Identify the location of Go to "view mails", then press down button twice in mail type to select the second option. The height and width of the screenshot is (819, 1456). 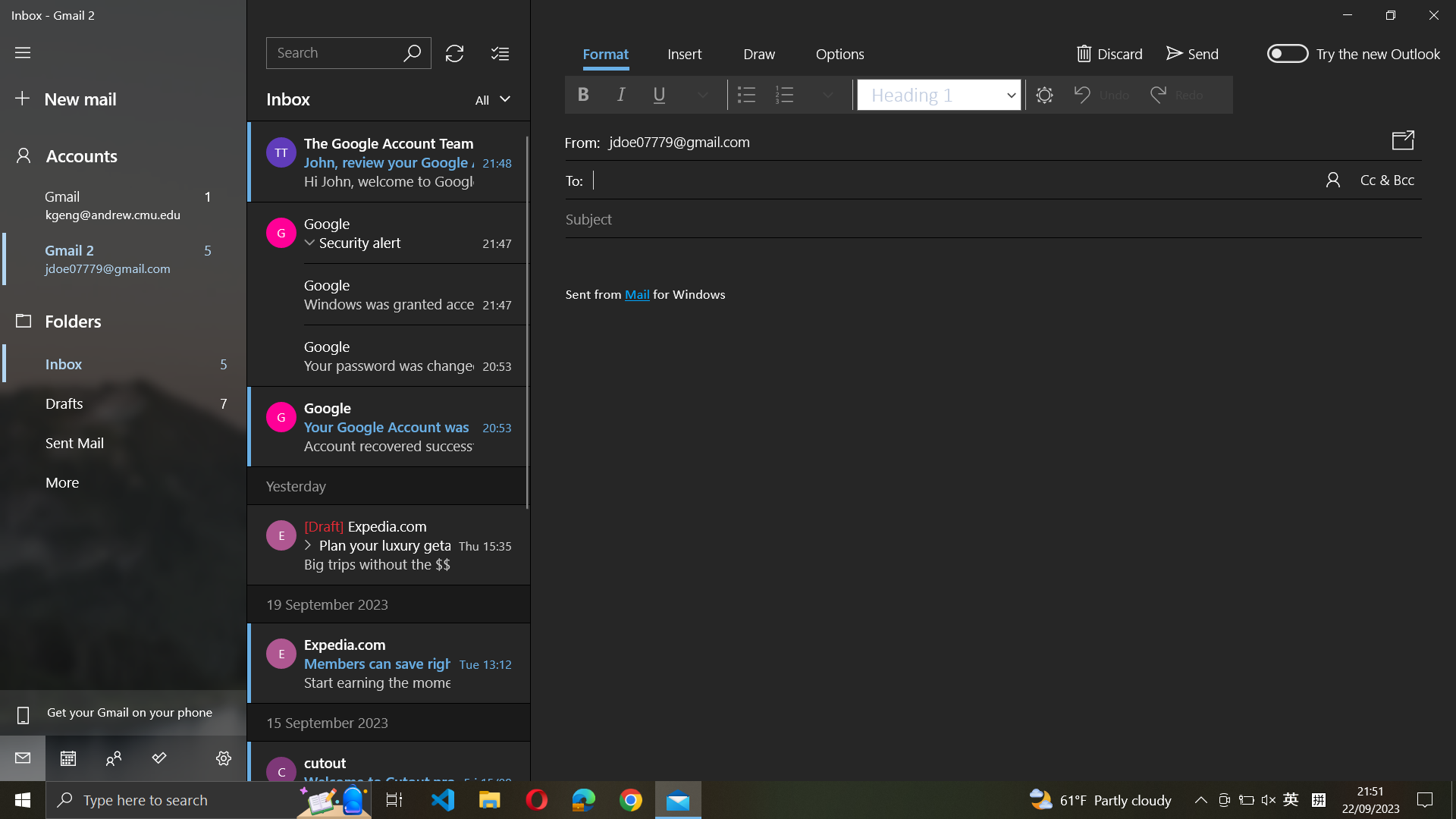
(490, 99).